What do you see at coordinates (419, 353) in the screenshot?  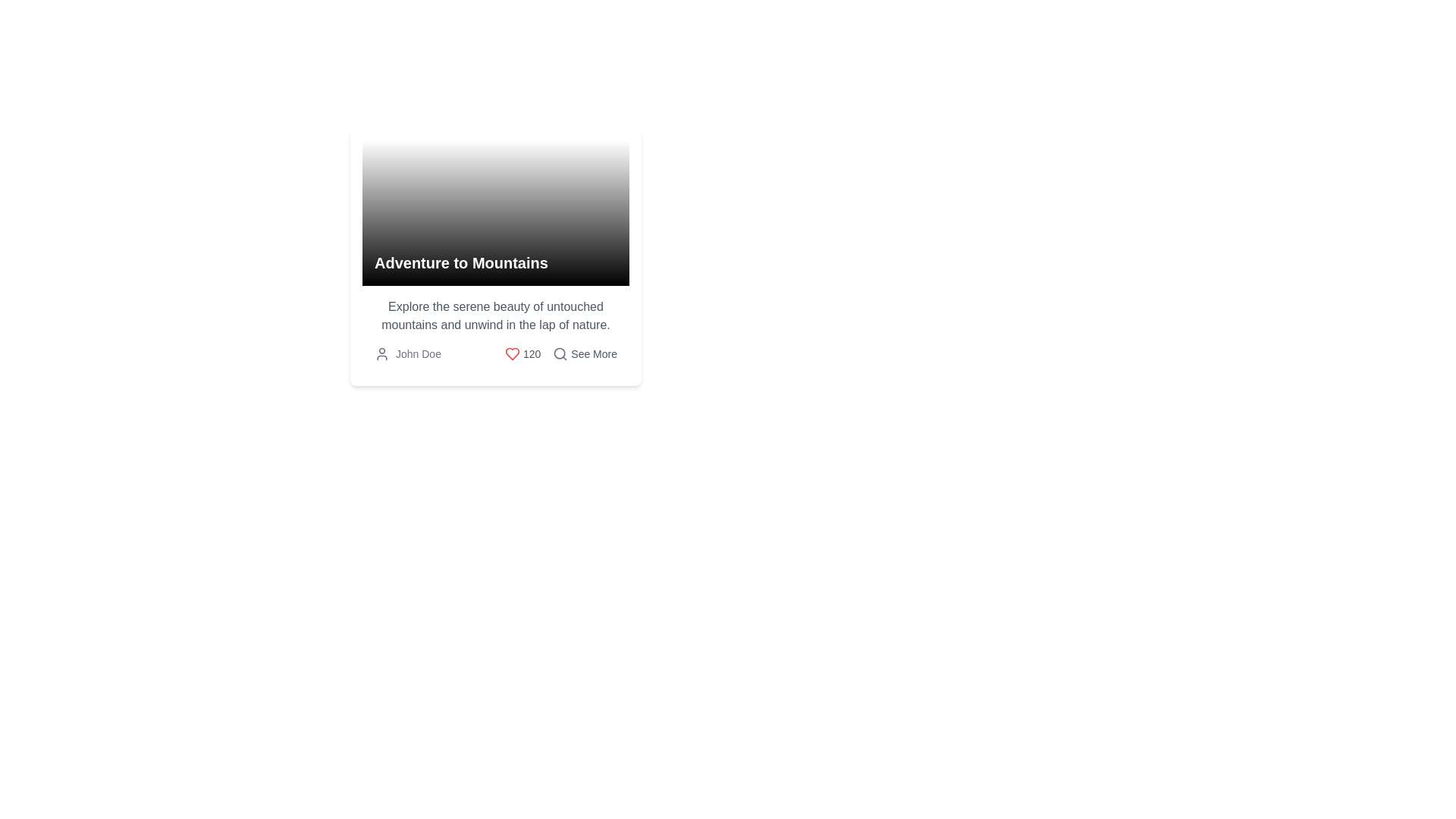 I see `the text label displaying 'John Doe' in small, grey font, which is positioned at the bottom left corner of a card component` at bounding box center [419, 353].